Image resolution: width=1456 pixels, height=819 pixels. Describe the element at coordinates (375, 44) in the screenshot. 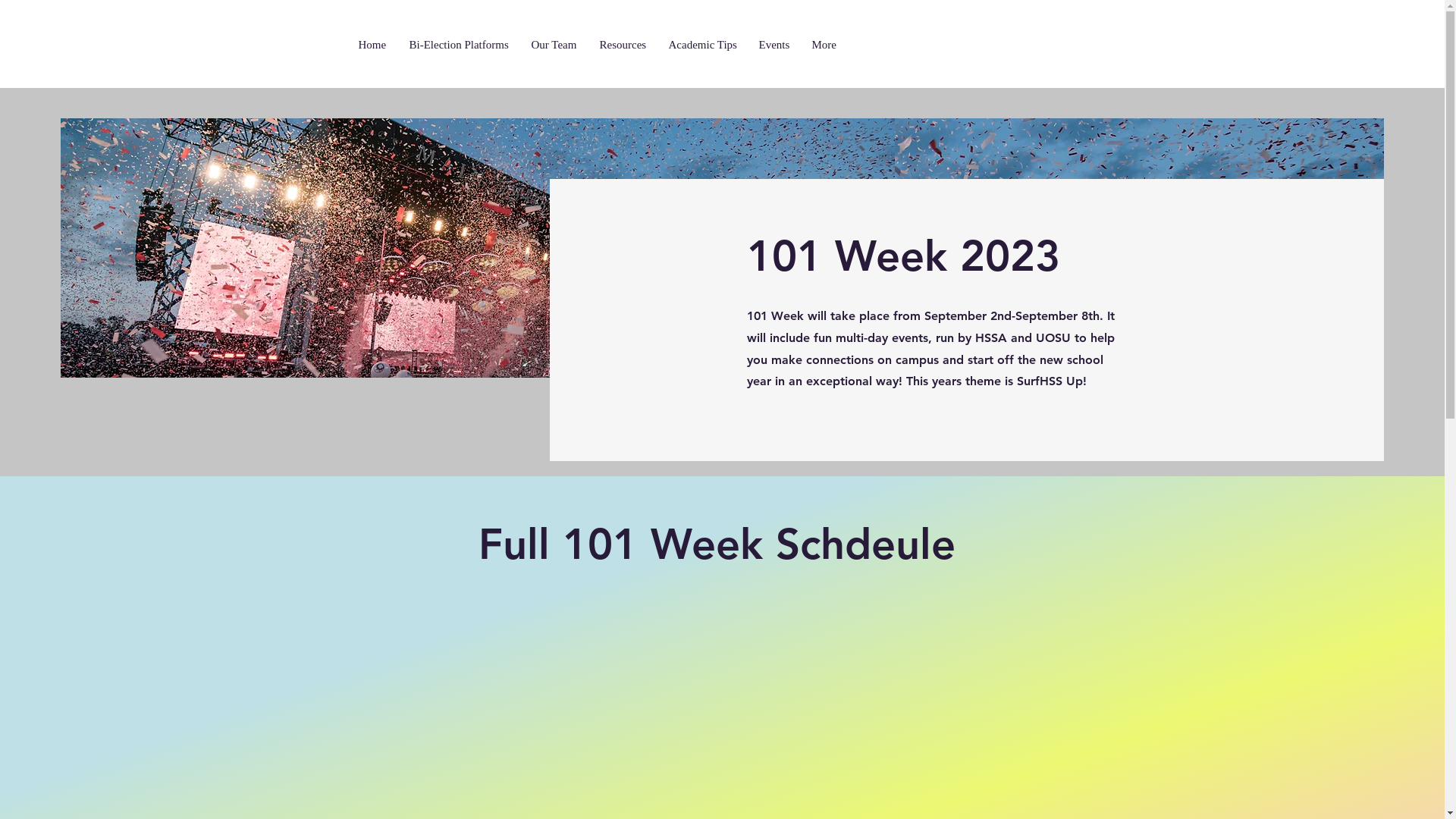

I see `'Home'` at that location.